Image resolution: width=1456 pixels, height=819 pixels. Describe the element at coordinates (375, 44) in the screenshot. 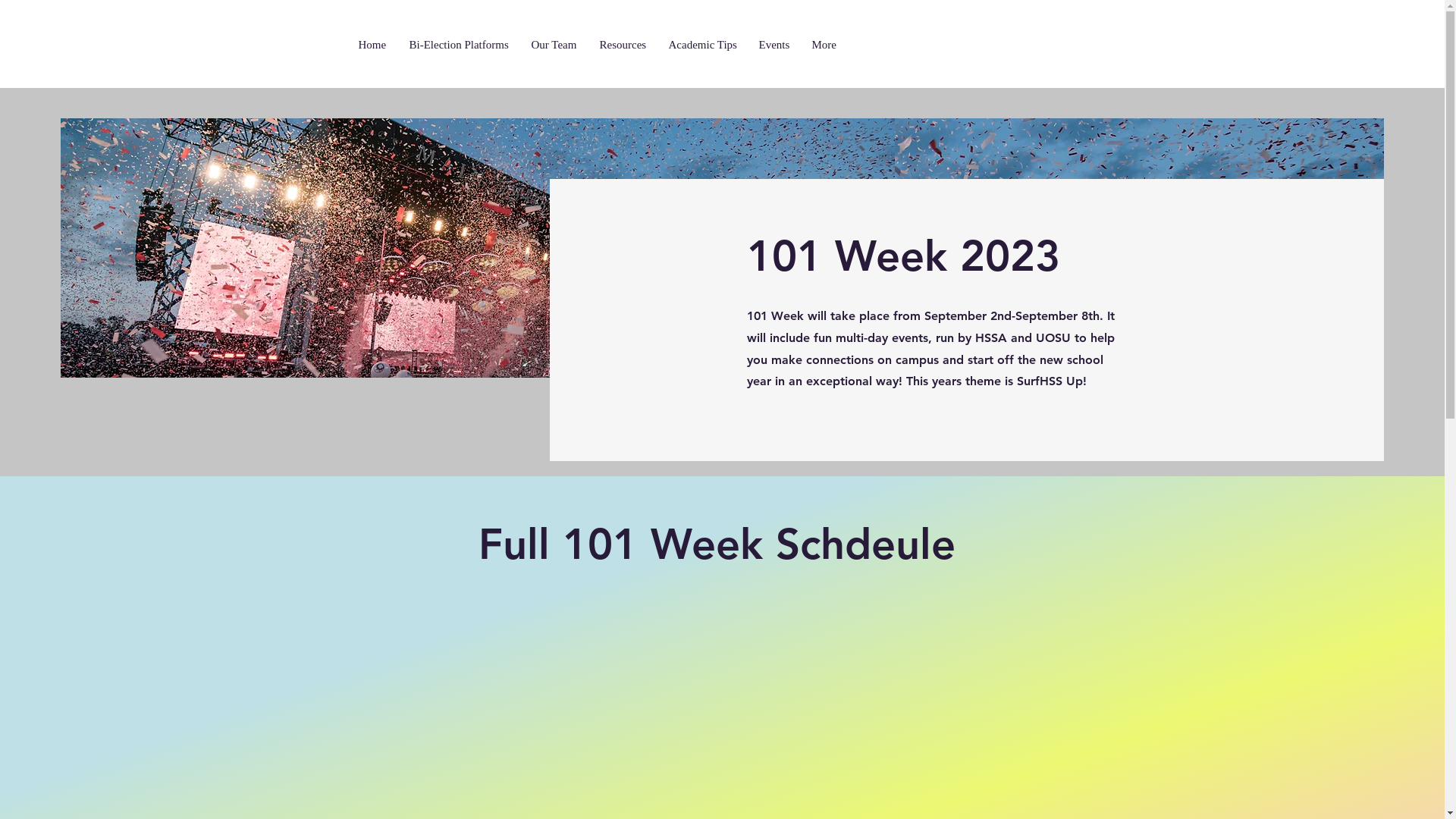

I see `'Home'` at that location.